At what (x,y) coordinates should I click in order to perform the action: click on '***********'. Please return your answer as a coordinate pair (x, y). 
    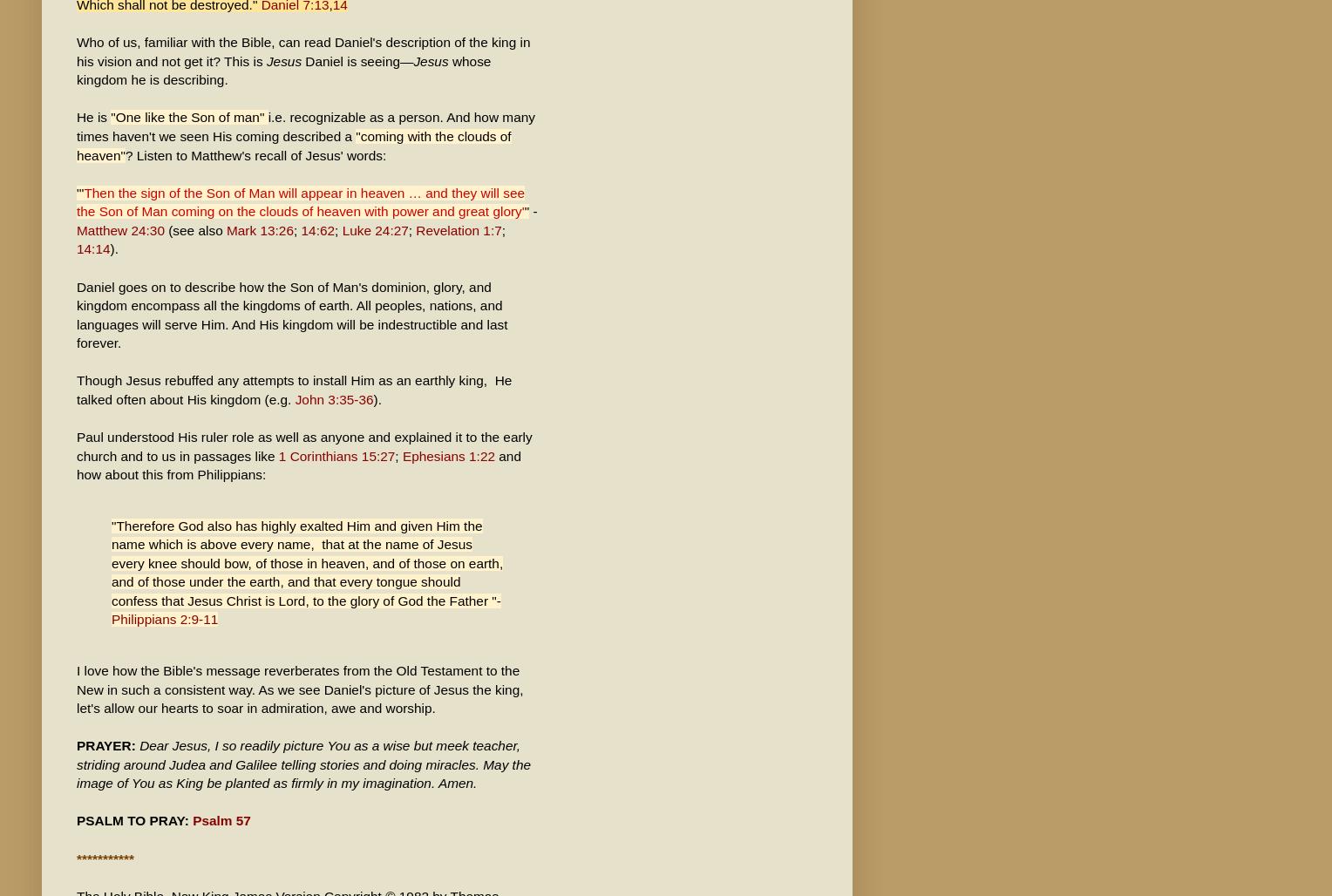
    Looking at the image, I should click on (104, 857).